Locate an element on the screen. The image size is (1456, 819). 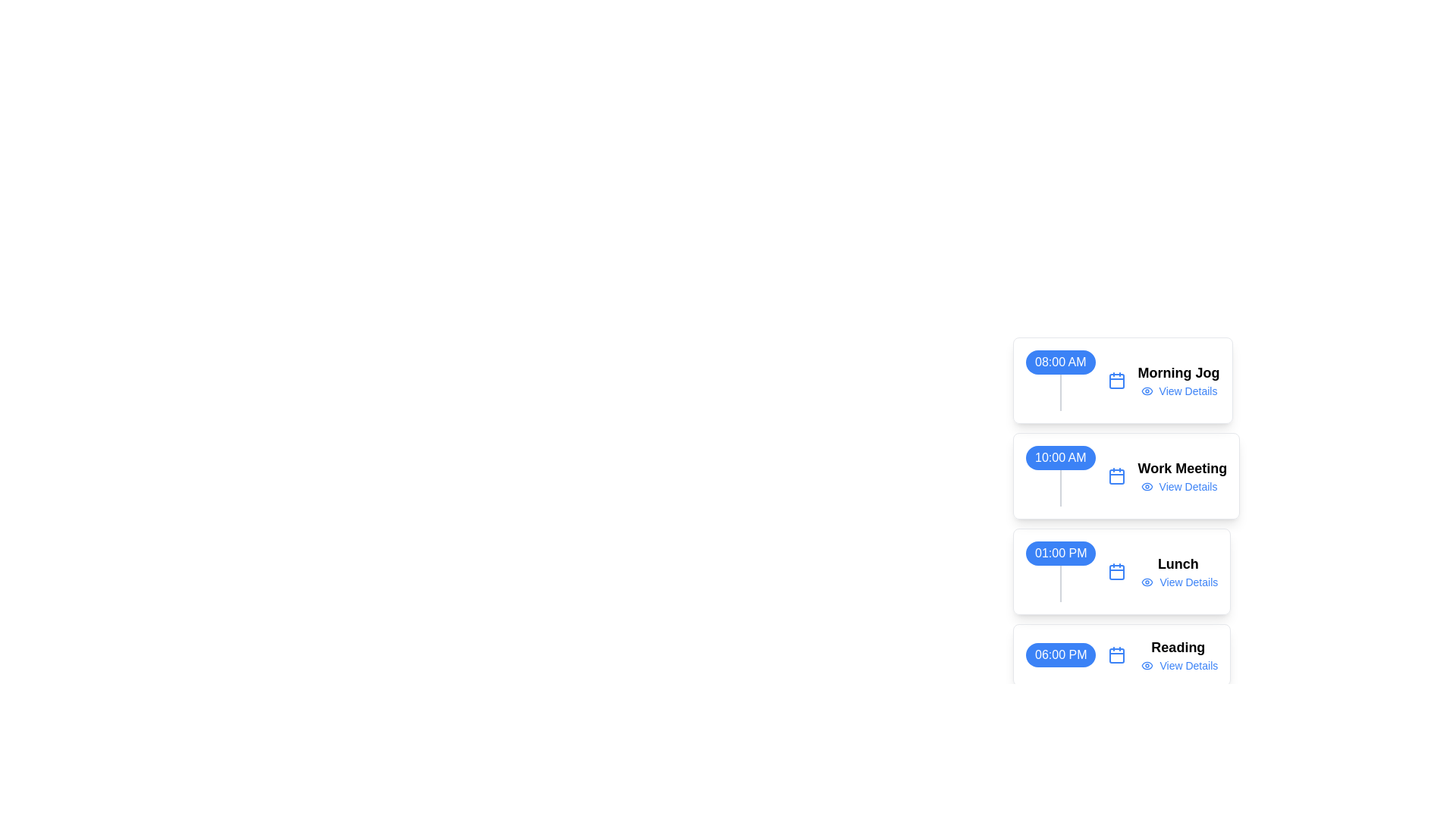
the inner rectangular component of the 'lucide calendar' icon that corresponds to the fourth event row labeled '06:00 PM Reading' is located at coordinates (1117, 654).